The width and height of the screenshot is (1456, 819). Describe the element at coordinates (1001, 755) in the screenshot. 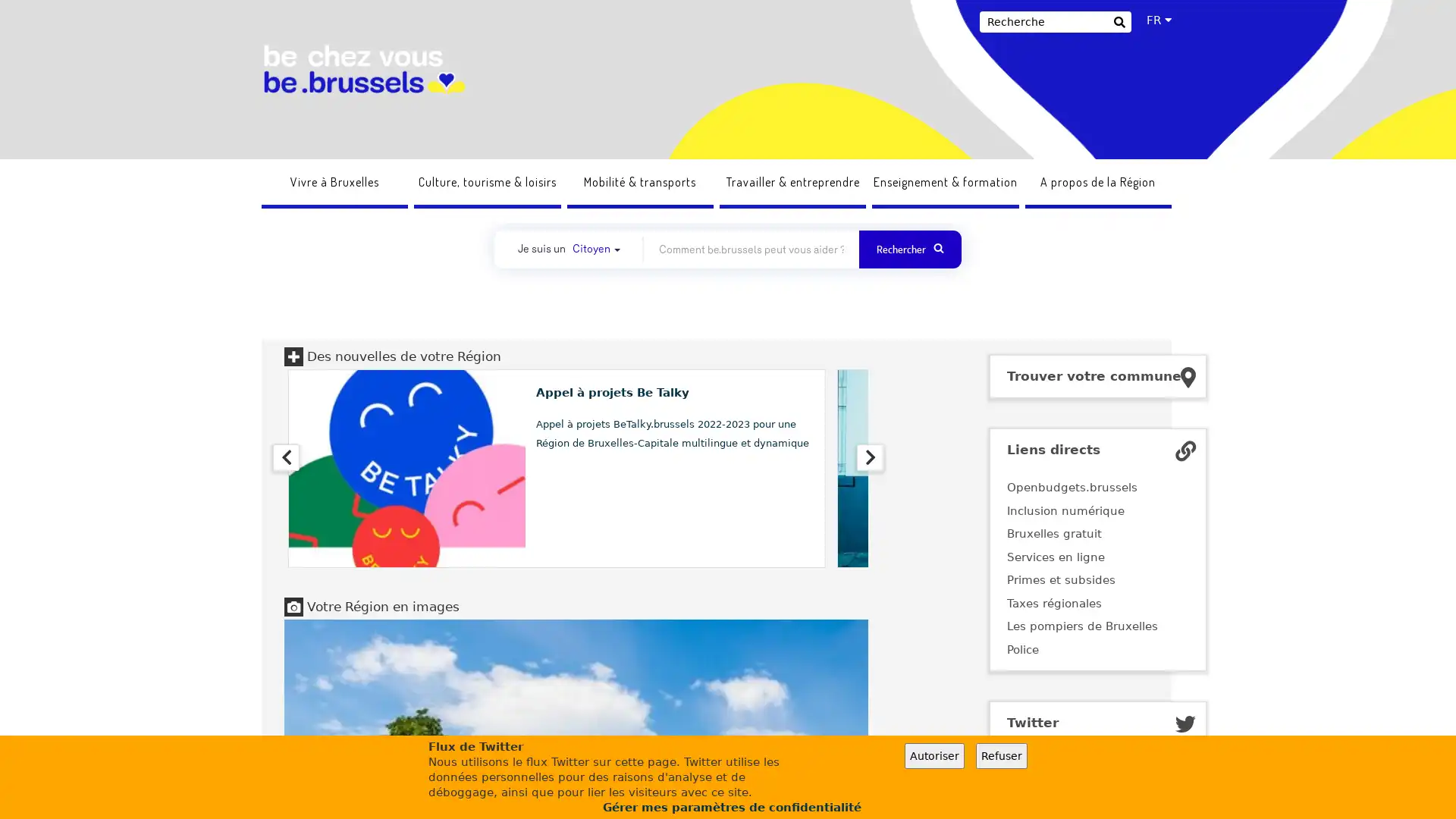

I see `Refuser` at that location.